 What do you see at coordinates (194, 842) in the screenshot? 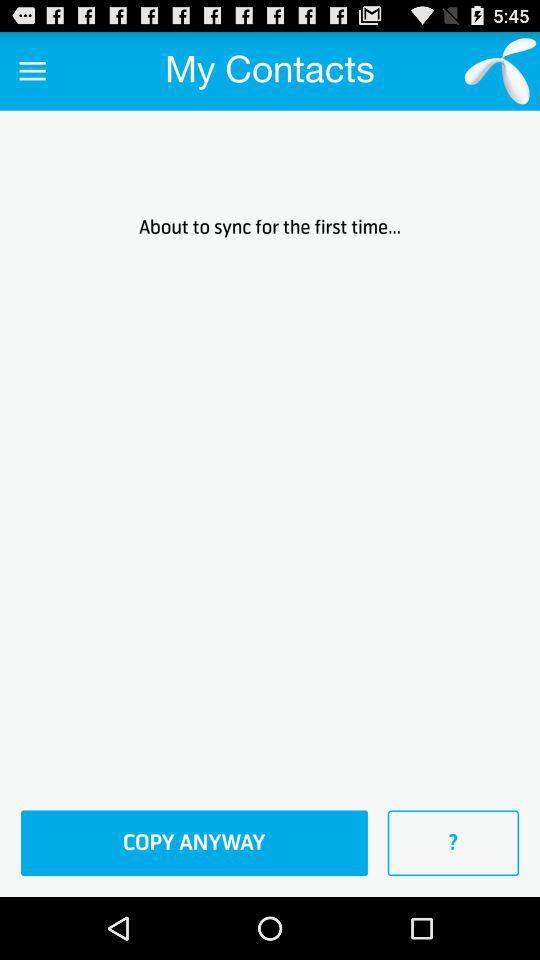
I see `icon to the left of the  ?  item` at bounding box center [194, 842].